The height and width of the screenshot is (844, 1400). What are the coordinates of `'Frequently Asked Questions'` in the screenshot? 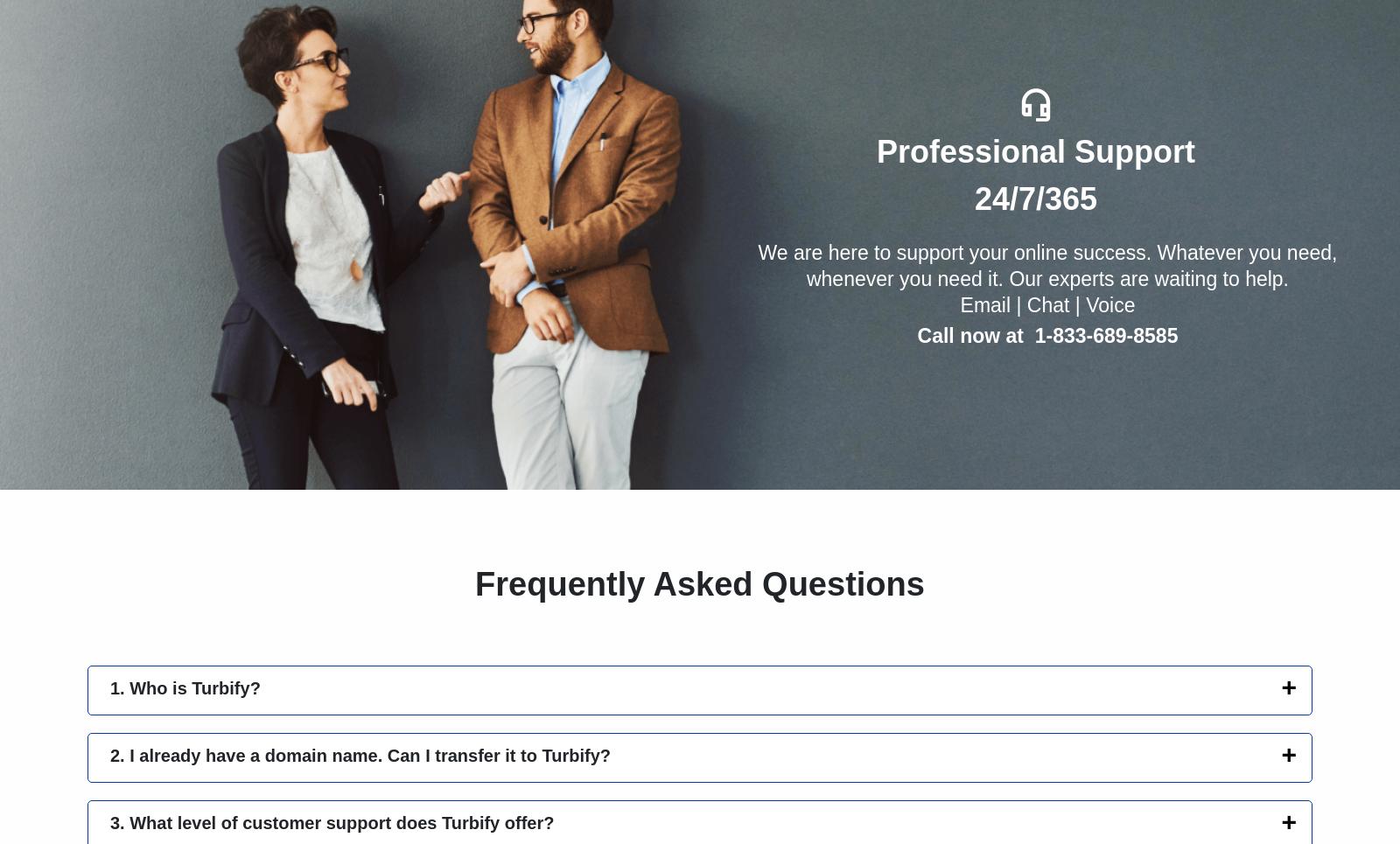 It's located at (699, 583).